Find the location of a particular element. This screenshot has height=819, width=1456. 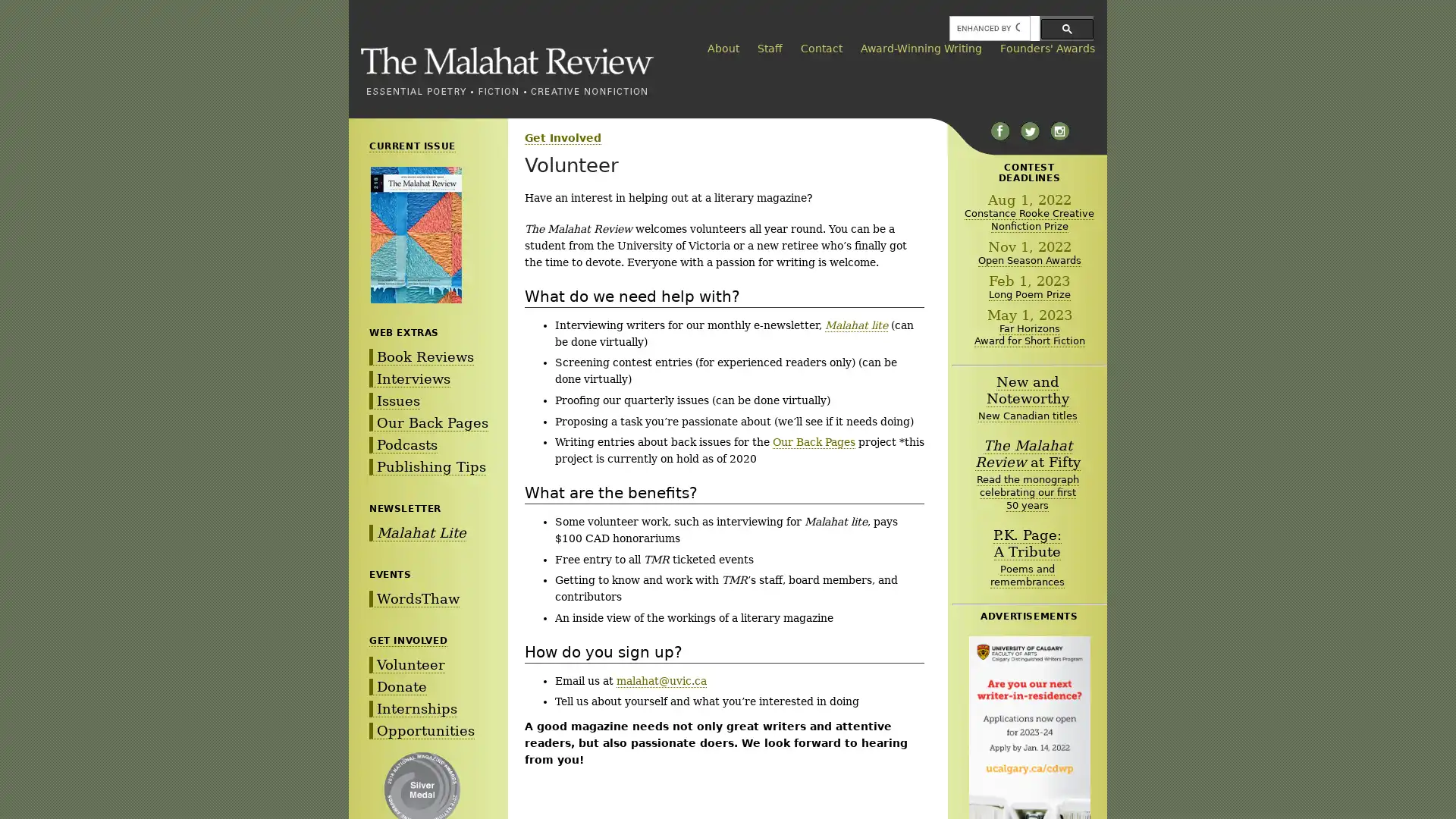

search is located at coordinates (1066, 28).